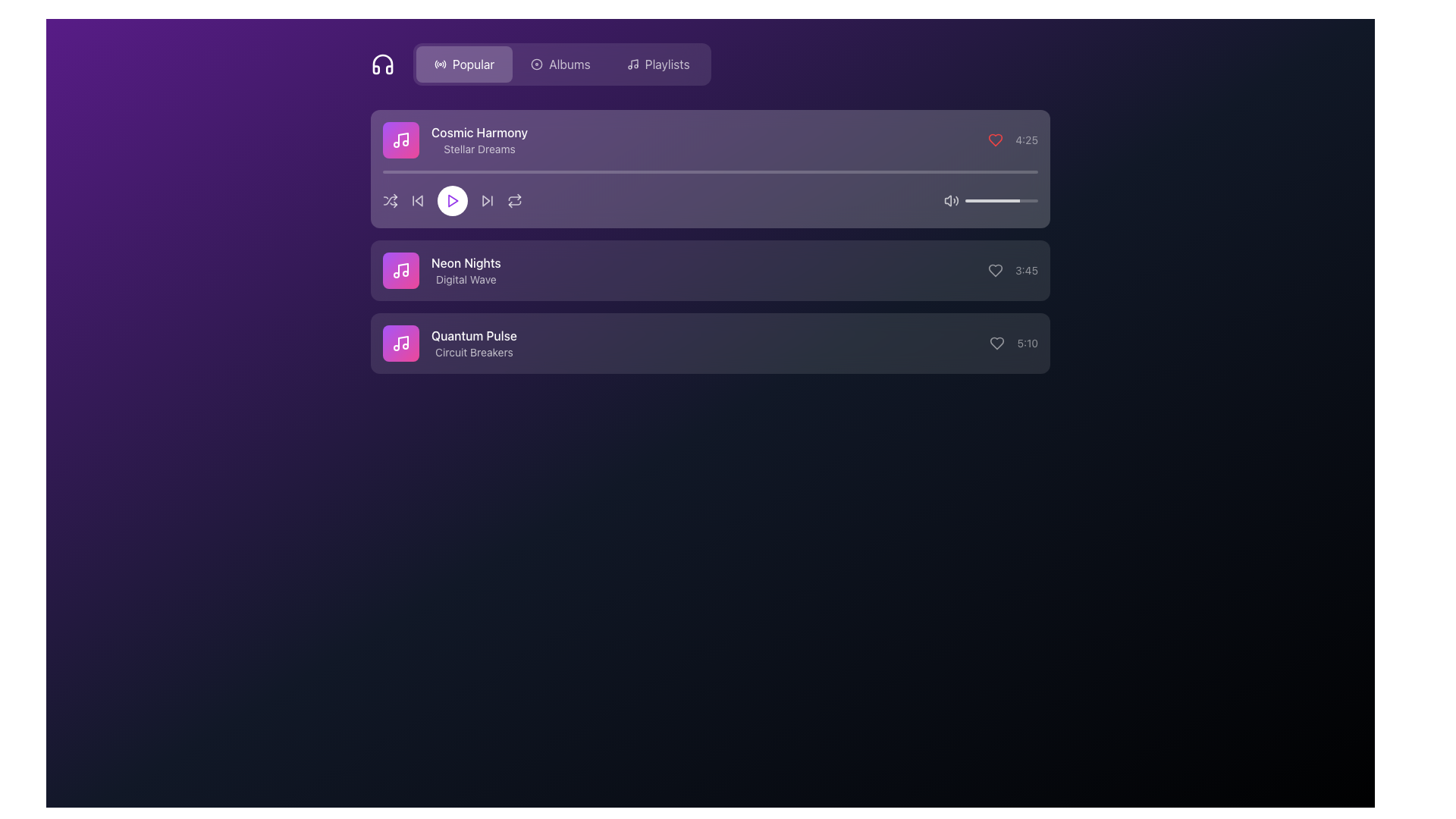  Describe the element at coordinates (1001, 200) in the screenshot. I see `the progress bar, which is a rounded rectangular element with a light gray background and a filled white section` at that location.